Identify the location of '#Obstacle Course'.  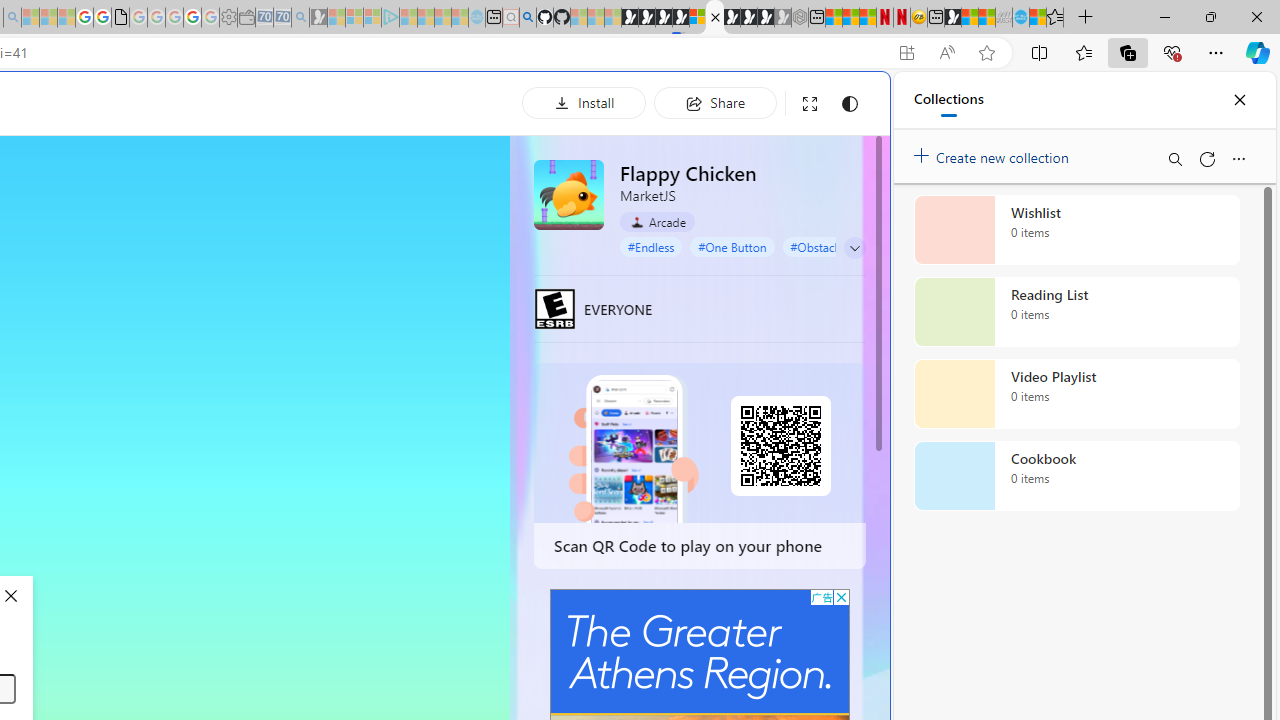
(837, 245).